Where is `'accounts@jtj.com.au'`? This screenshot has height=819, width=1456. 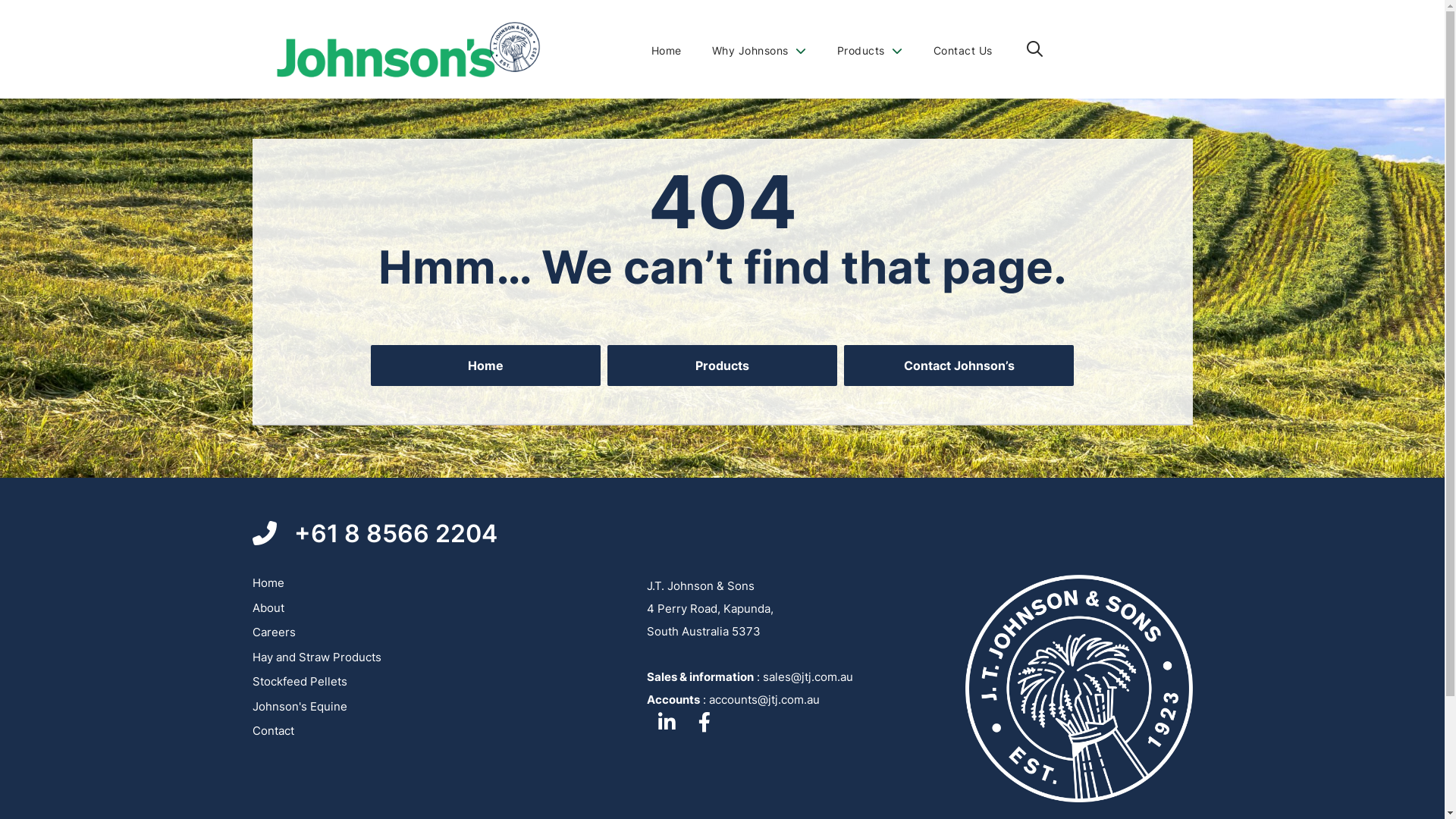
'accounts@jtj.com.au' is located at coordinates (764, 699).